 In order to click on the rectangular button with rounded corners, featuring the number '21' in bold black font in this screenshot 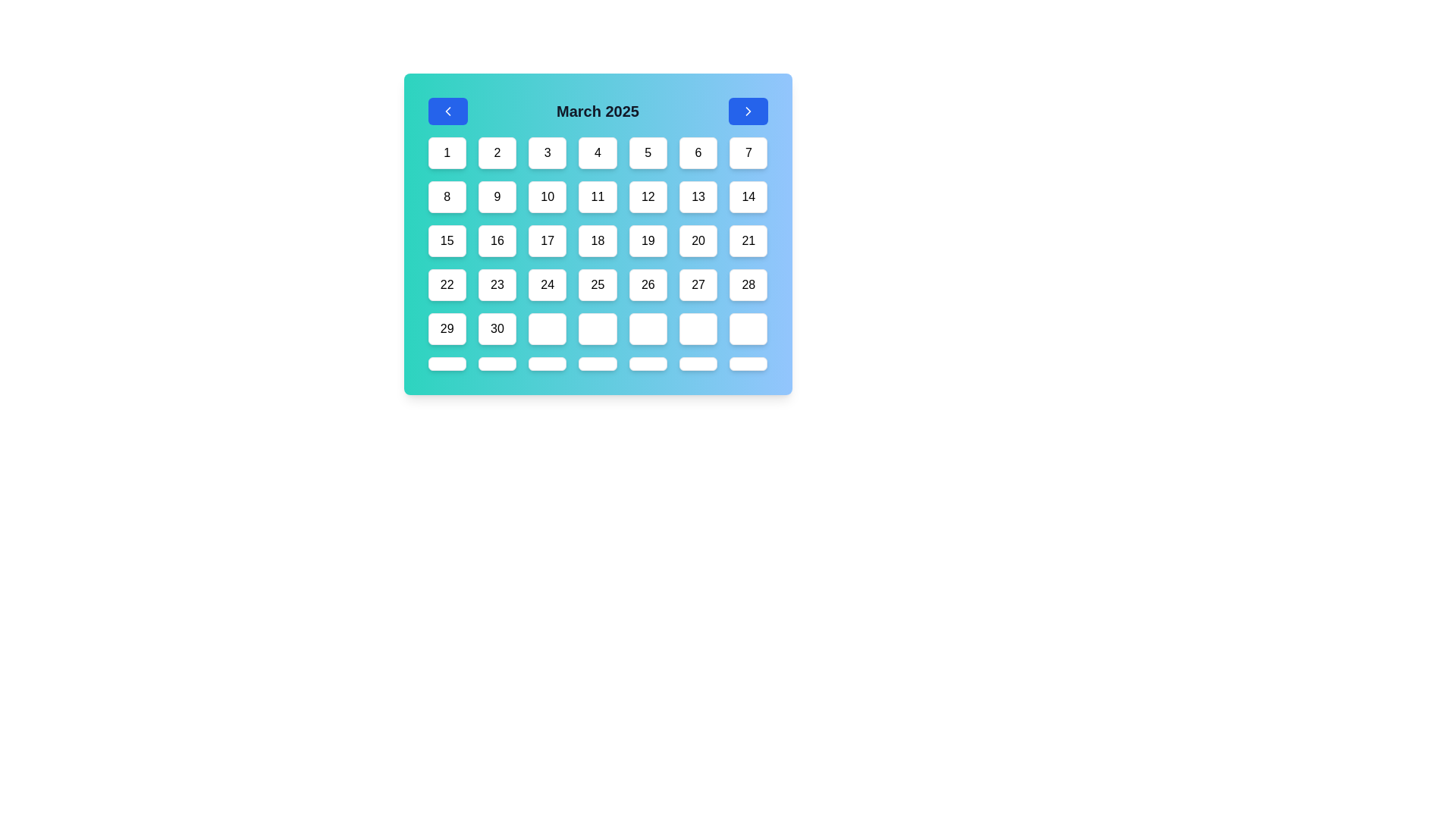, I will do `click(748, 240)`.